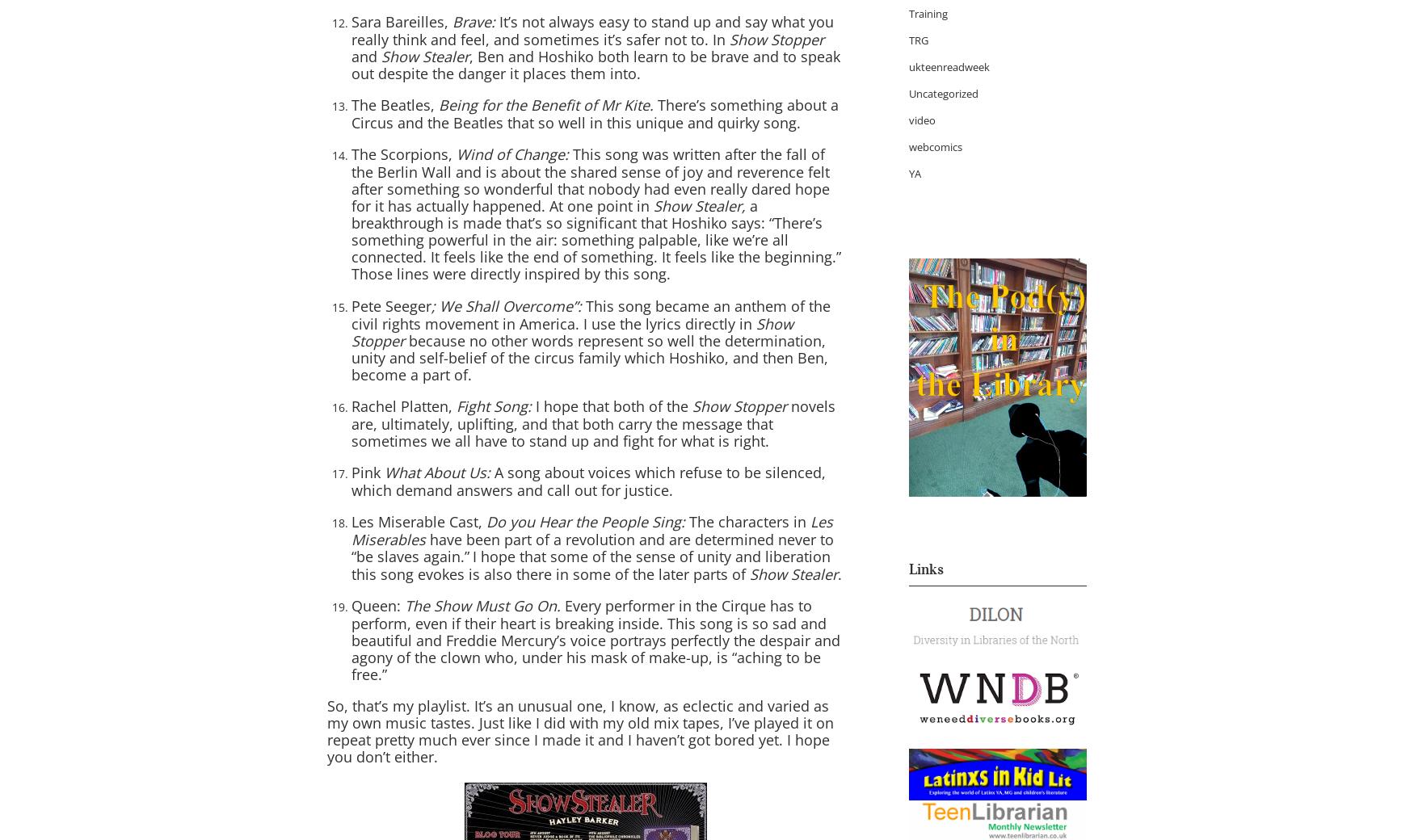 This screenshot has width=1414, height=840. I want to click on 'have been part of a revolution and are determined never to “be slaves again.”', so click(592, 548).